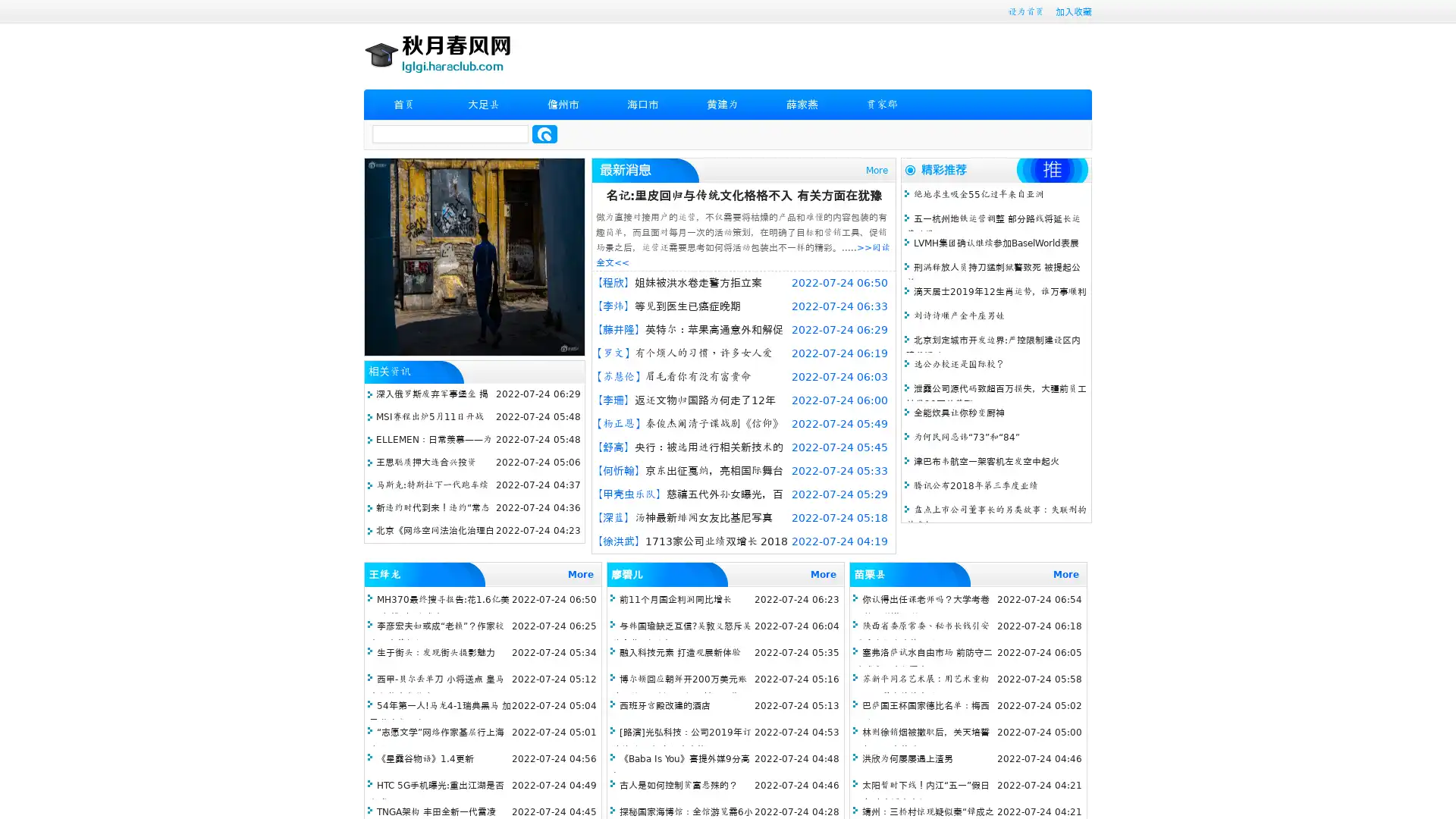 This screenshot has width=1456, height=819. I want to click on Search, so click(544, 133).